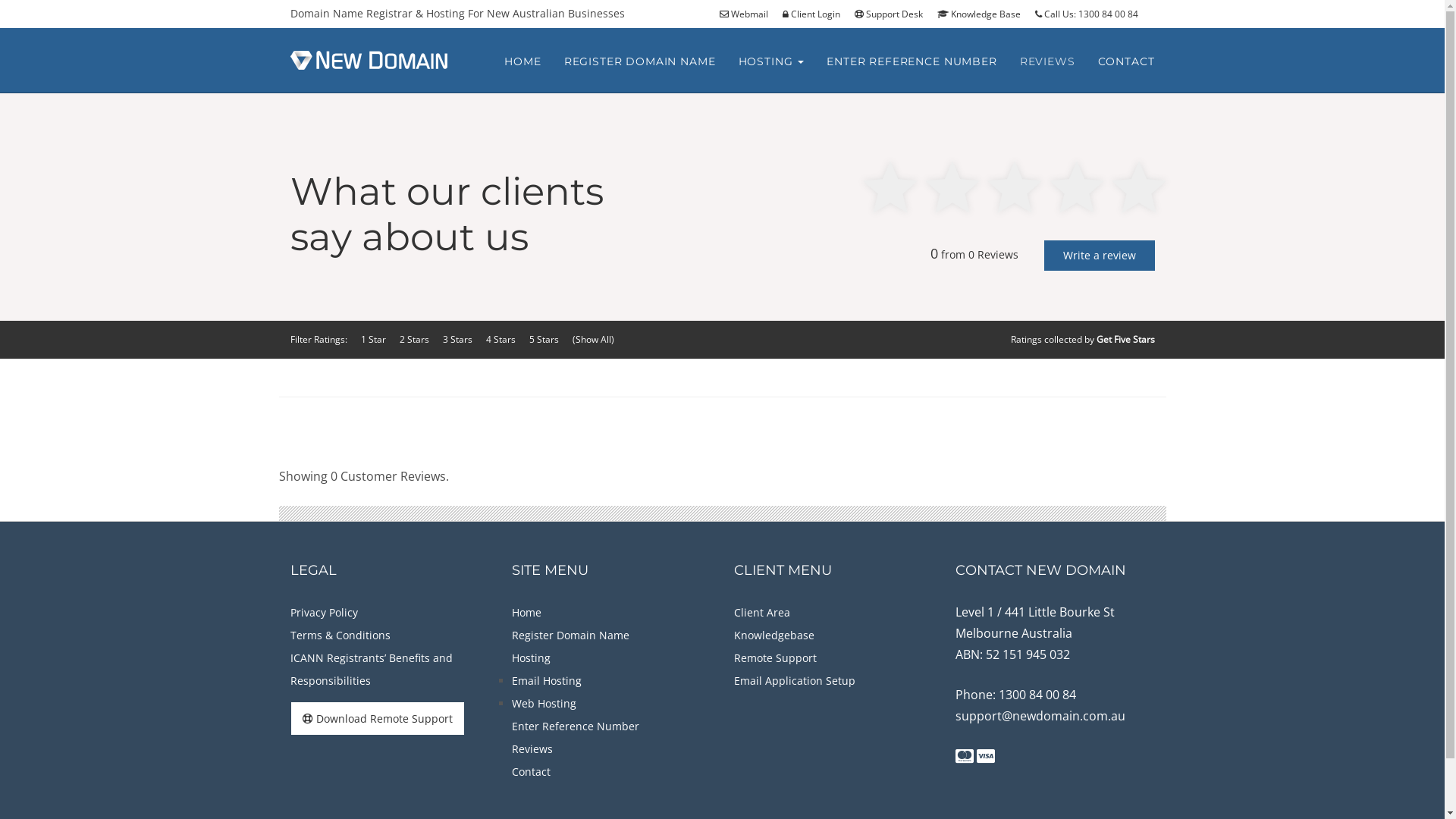 This screenshot has width=1456, height=819. Describe the element at coordinates (984, 14) in the screenshot. I see `'Knowledge Base'` at that location.